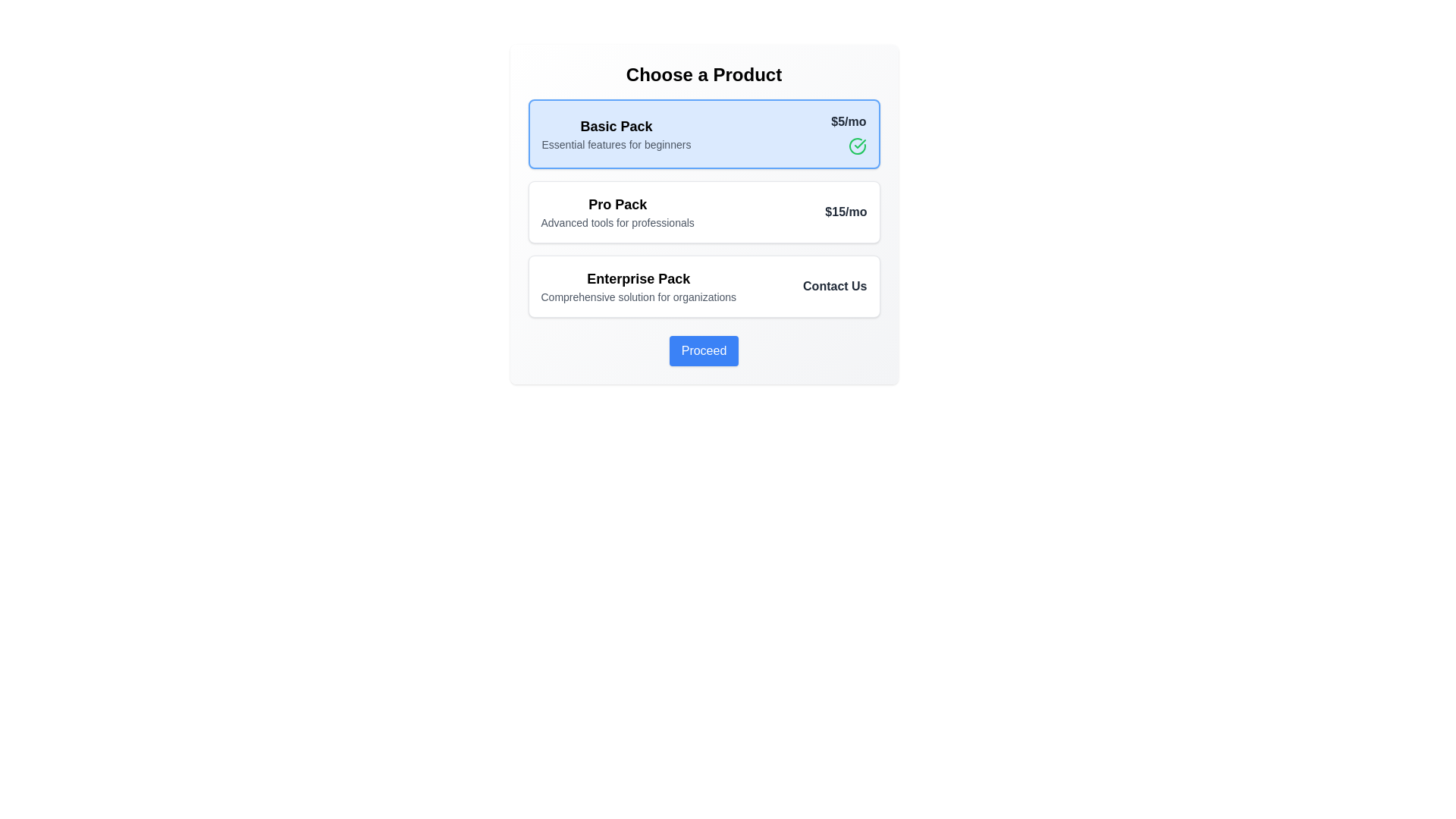  What do you see at coordinates (617, 212) in the screenshot?
I see `the product name and description label located between the 'Basic Pack' and 'Enterprise Pack' options in the vertical list of product offerings` at bounding box center [617, 212].